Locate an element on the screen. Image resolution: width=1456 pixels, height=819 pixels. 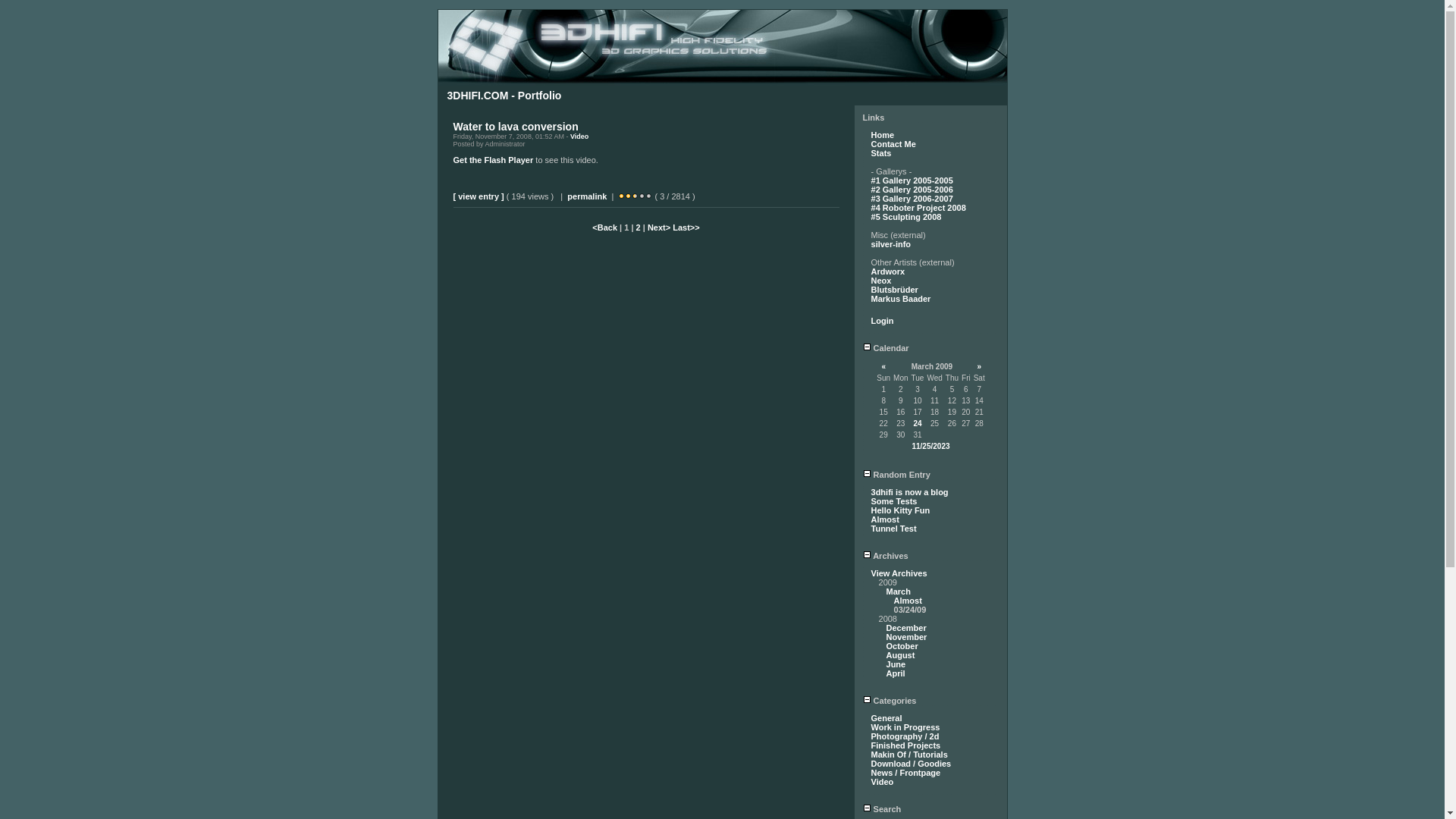
'Download / Goodies' is located at coordinates (910, 763).